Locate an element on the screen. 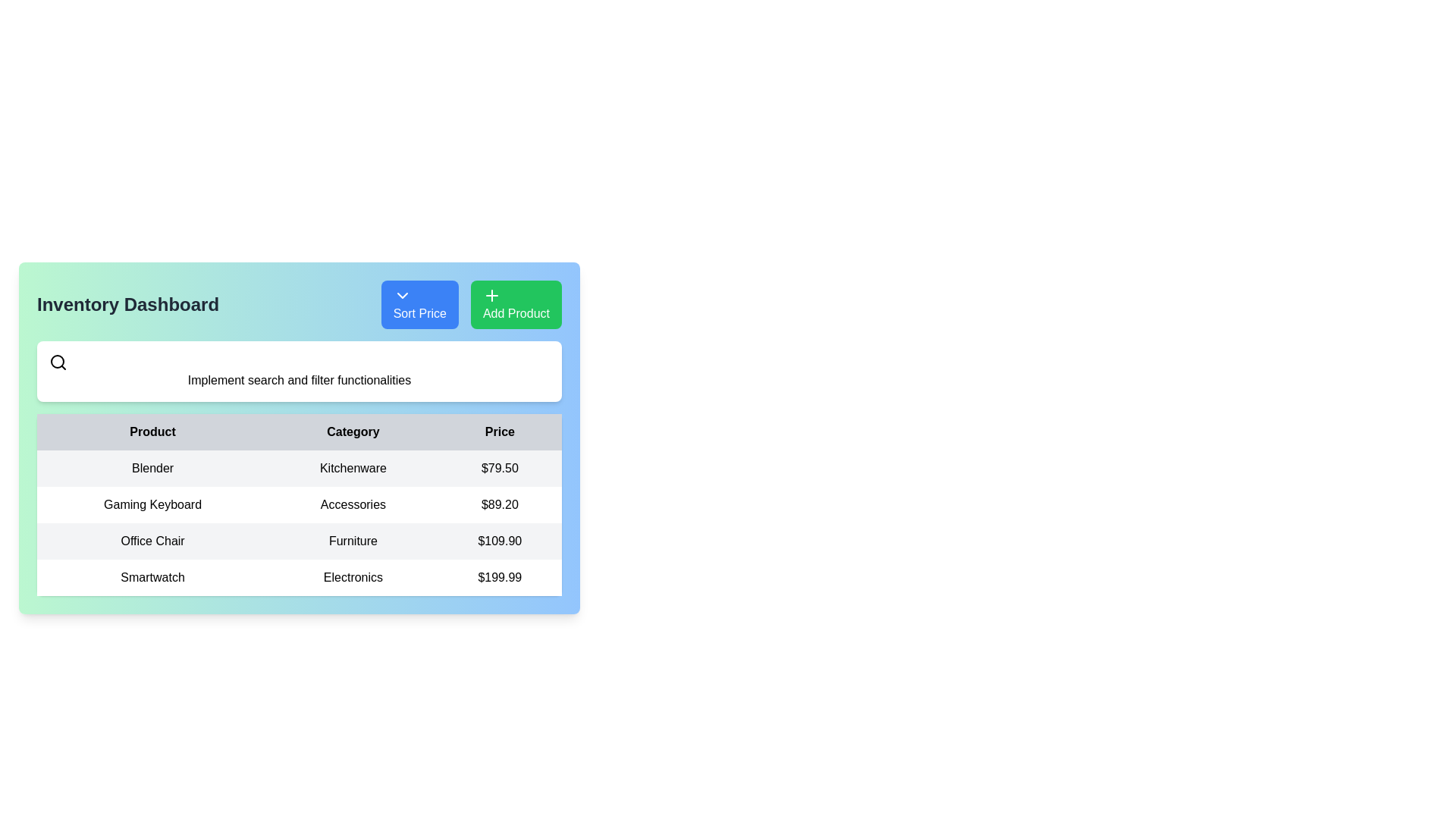 The width and height of the screenshot is (1456, 819). bold black text label 'Product' located in the header row of a table, which is the first column label preceding 'Category' and 'Price' is located at coordinates (152, 432).